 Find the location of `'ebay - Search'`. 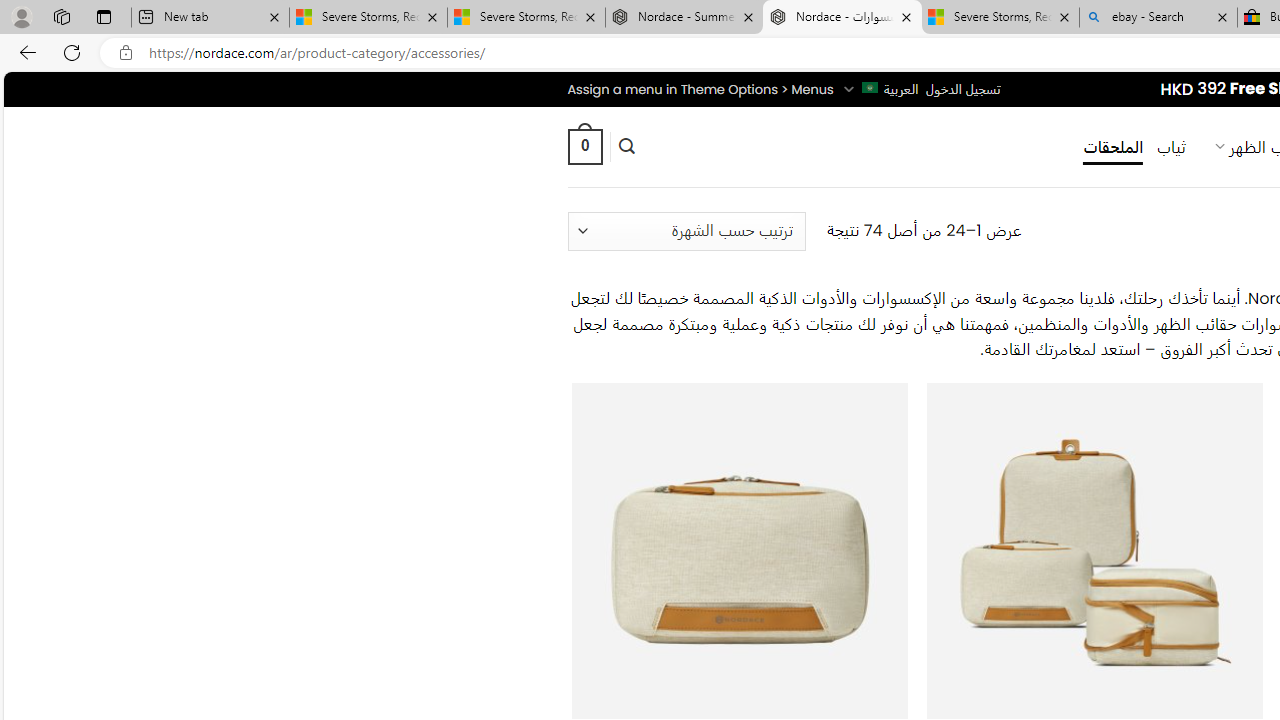

'ebay - Search' is located at coordinates (1158, 17).